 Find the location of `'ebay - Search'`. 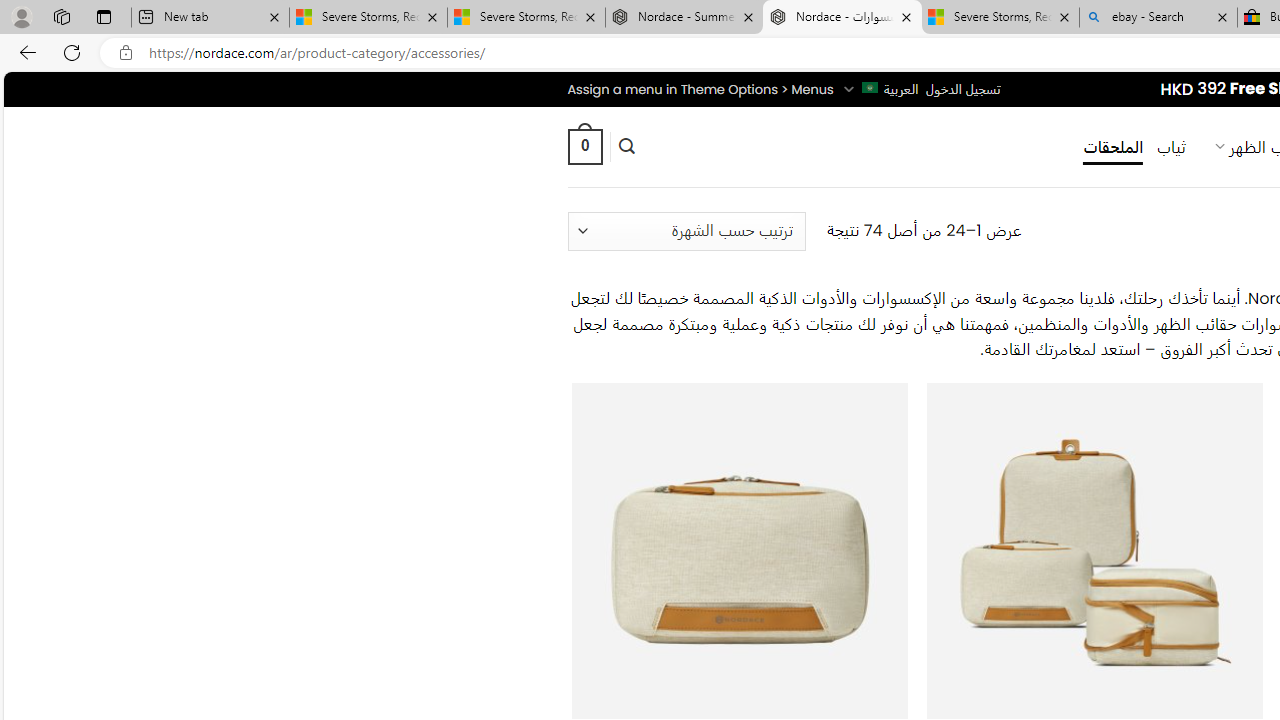

'ebay - Search' is located at coordinates (1158, 17).